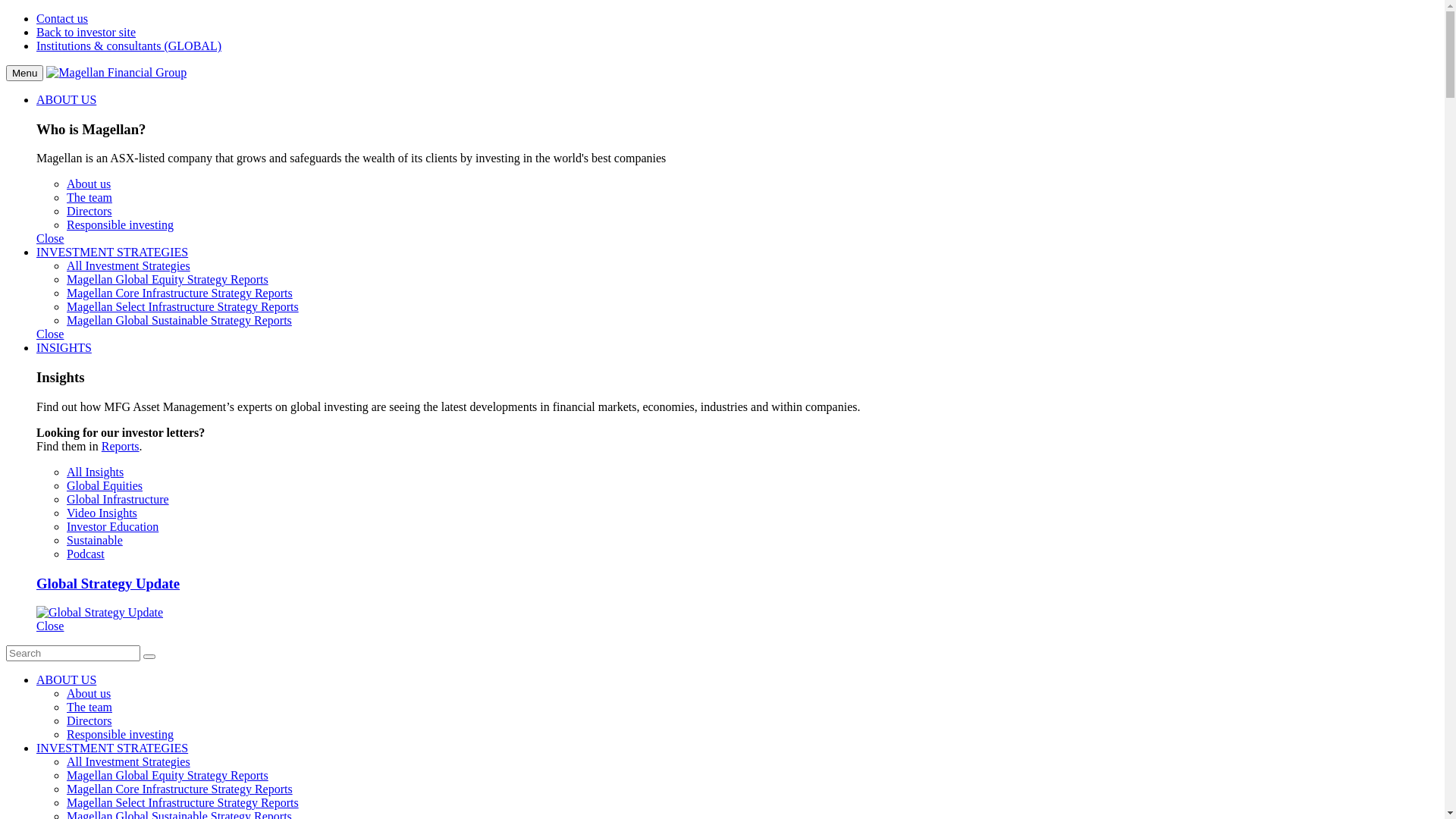 This screenshot has width=1456, height=819. What do you see at coordinates (65, 265) in the screenshot?
I see `'All Investment Strategies'` at bounding box center [65, 265].